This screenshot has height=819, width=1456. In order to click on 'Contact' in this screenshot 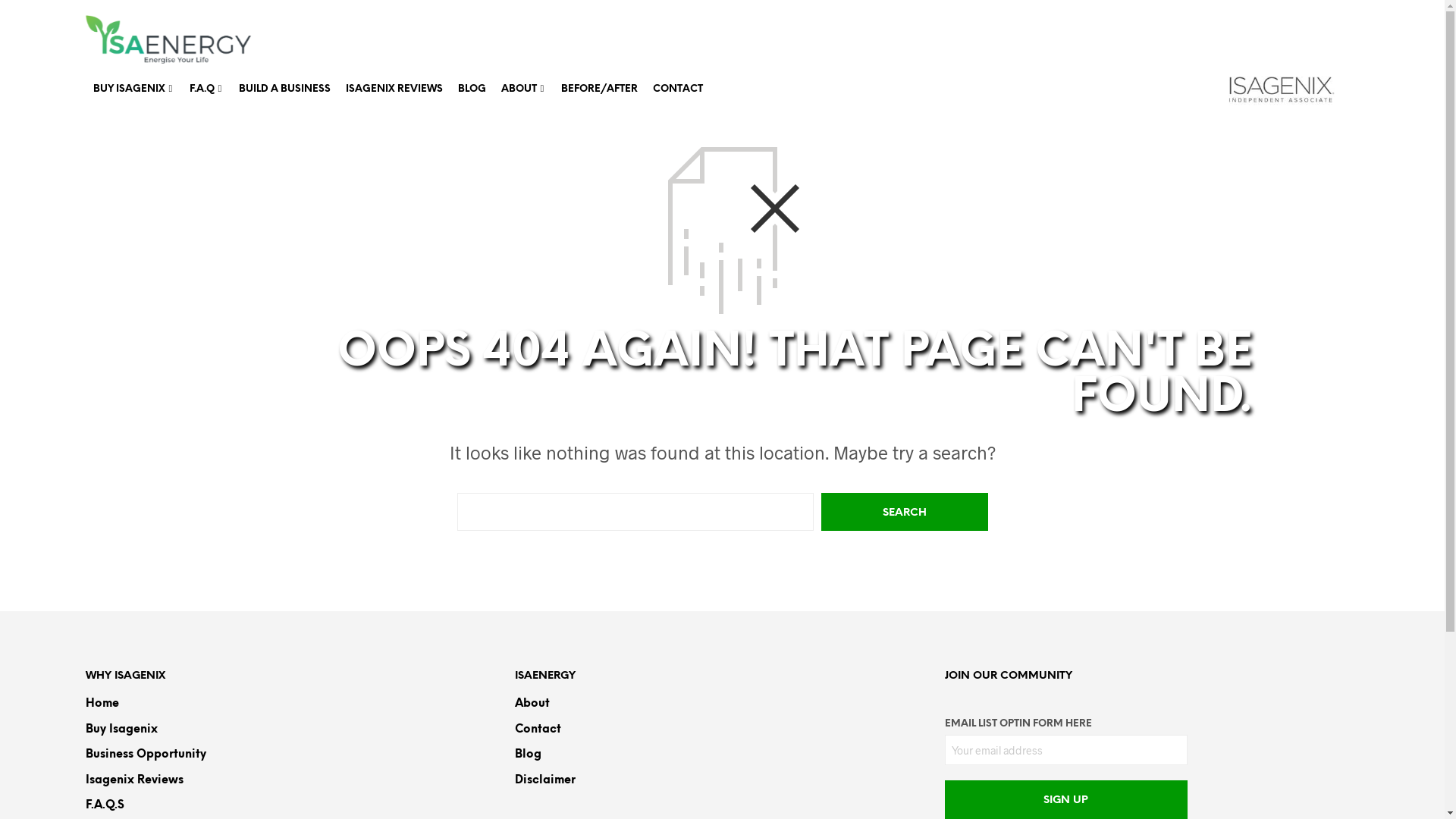, I will do `click(538, 728)`.